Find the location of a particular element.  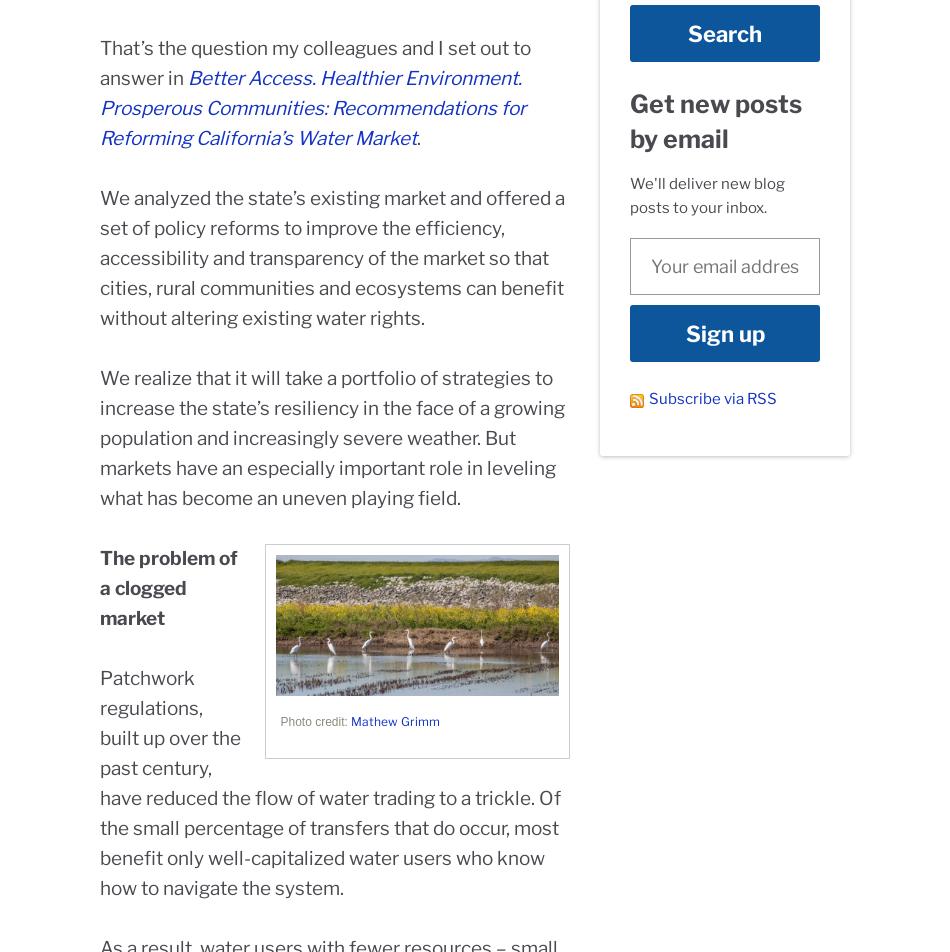

'Careers' is located at coordinates (350, 757).